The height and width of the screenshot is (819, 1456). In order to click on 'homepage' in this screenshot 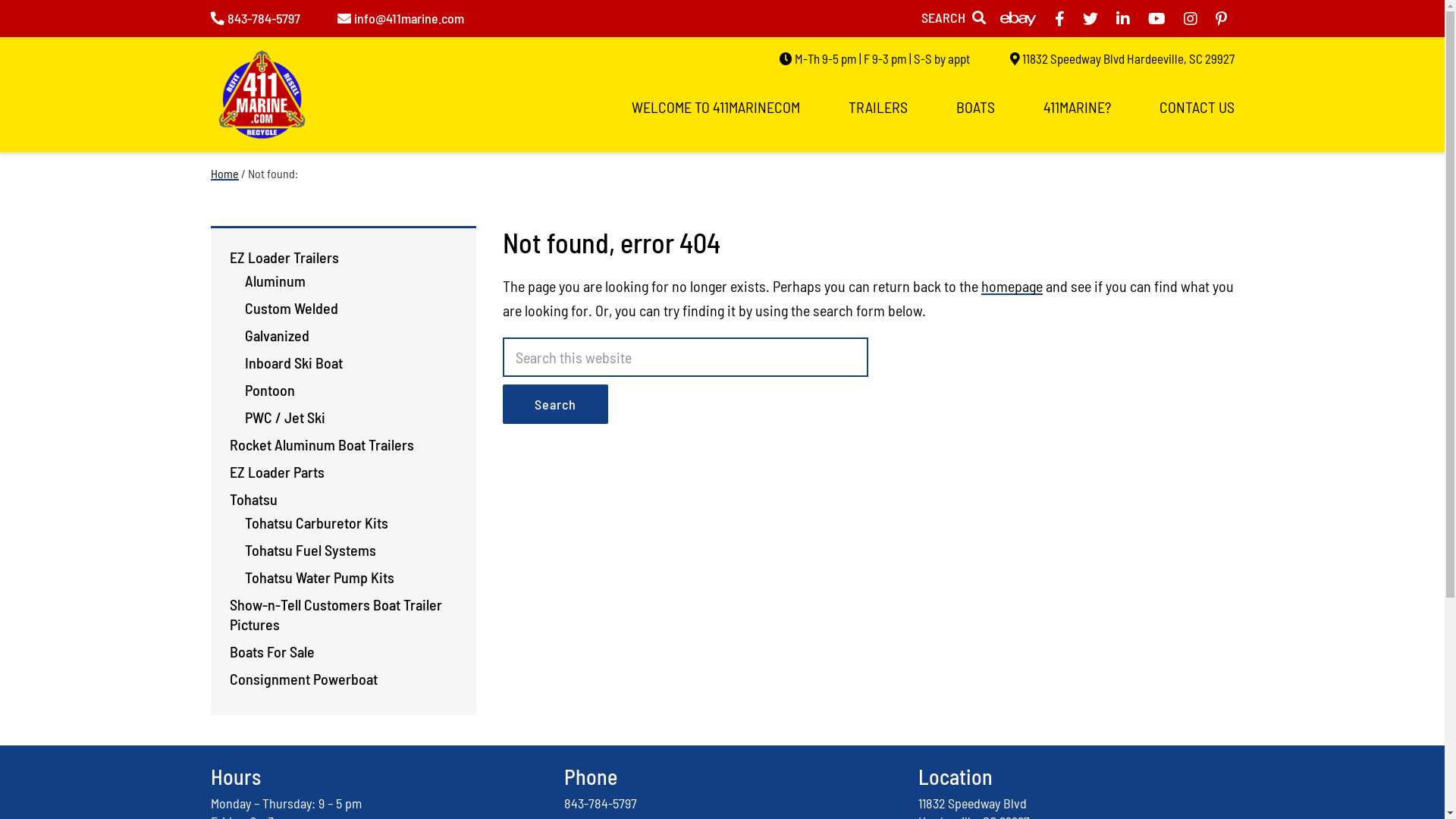, I will do `click(1012, 286)`.